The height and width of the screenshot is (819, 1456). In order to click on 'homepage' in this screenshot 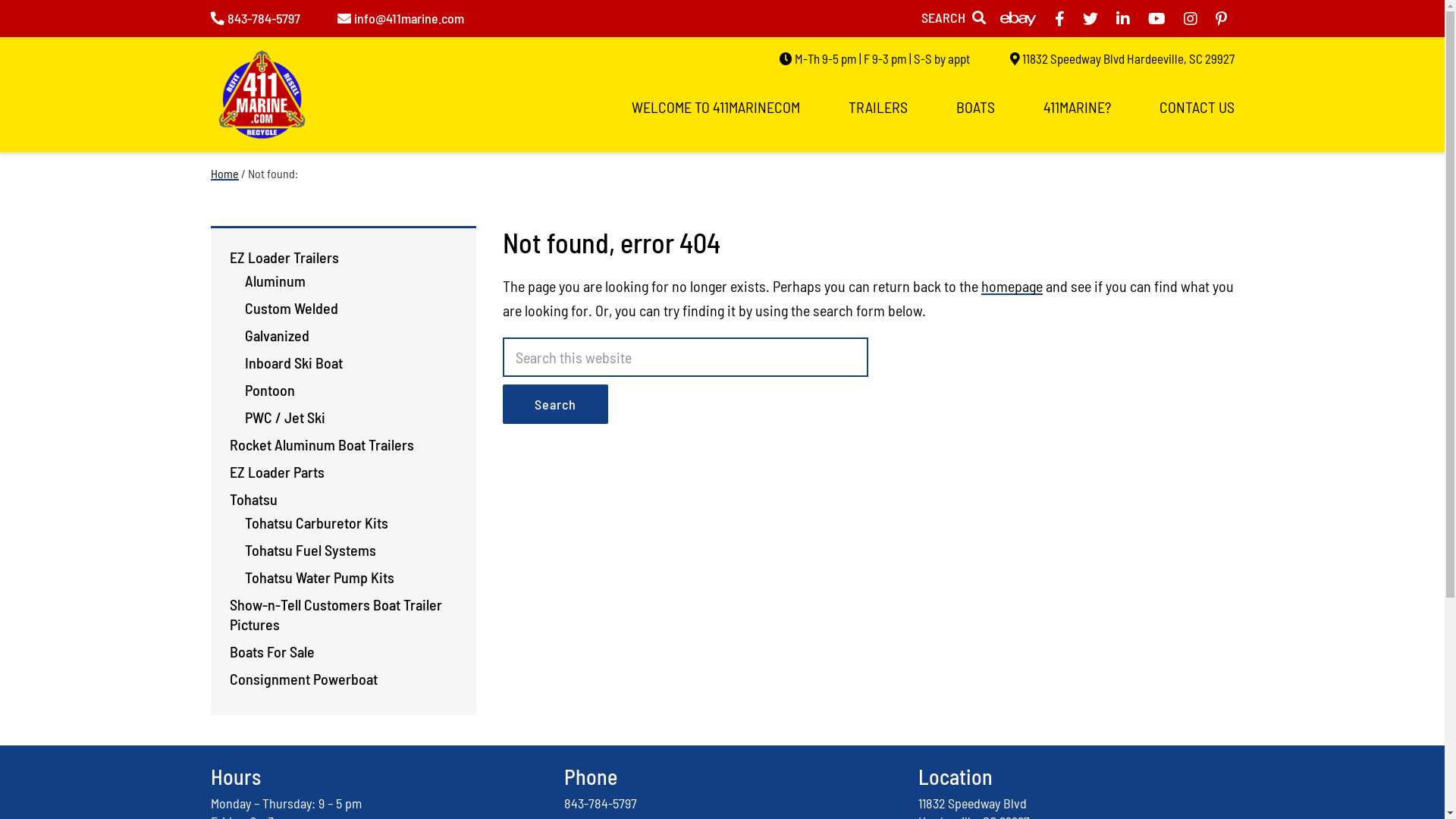, I will do `click(1012, 286)`.